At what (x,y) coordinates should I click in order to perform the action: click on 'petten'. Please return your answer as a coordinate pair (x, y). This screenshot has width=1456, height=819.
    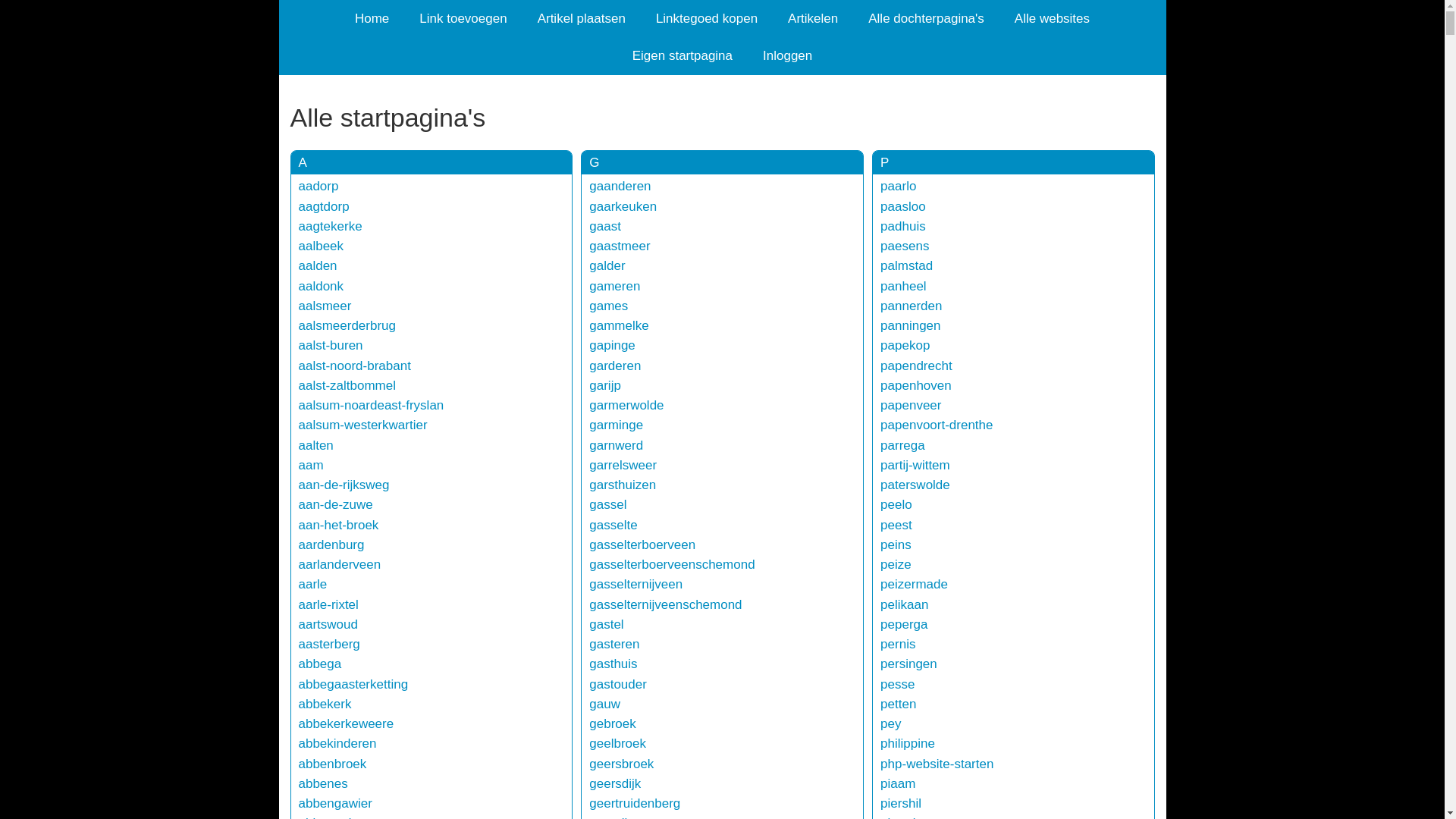
    Looking at the image, I should click on (898, 704).